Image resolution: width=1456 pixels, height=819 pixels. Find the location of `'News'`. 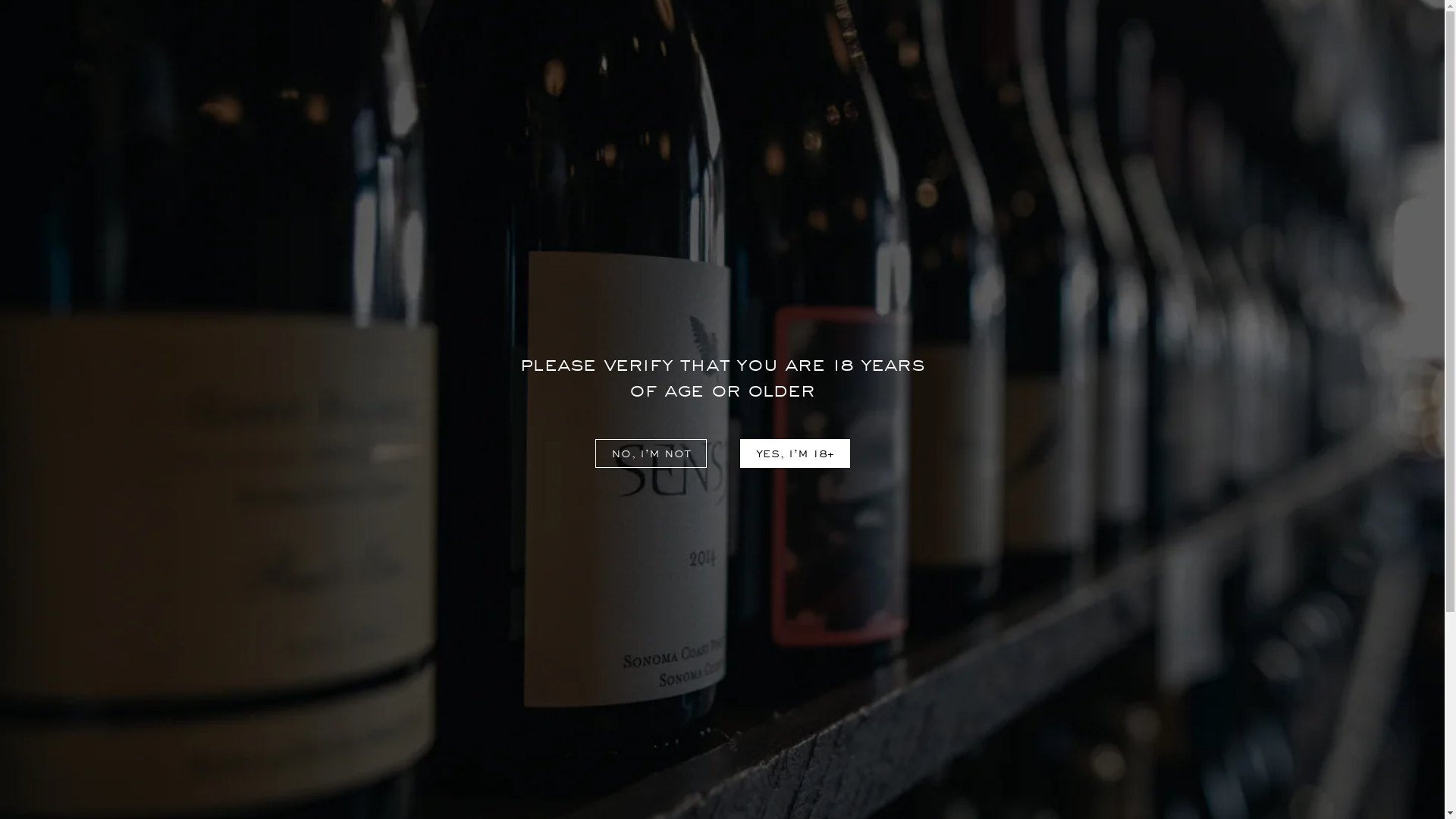

'News' is located at coordinates (48, 48).